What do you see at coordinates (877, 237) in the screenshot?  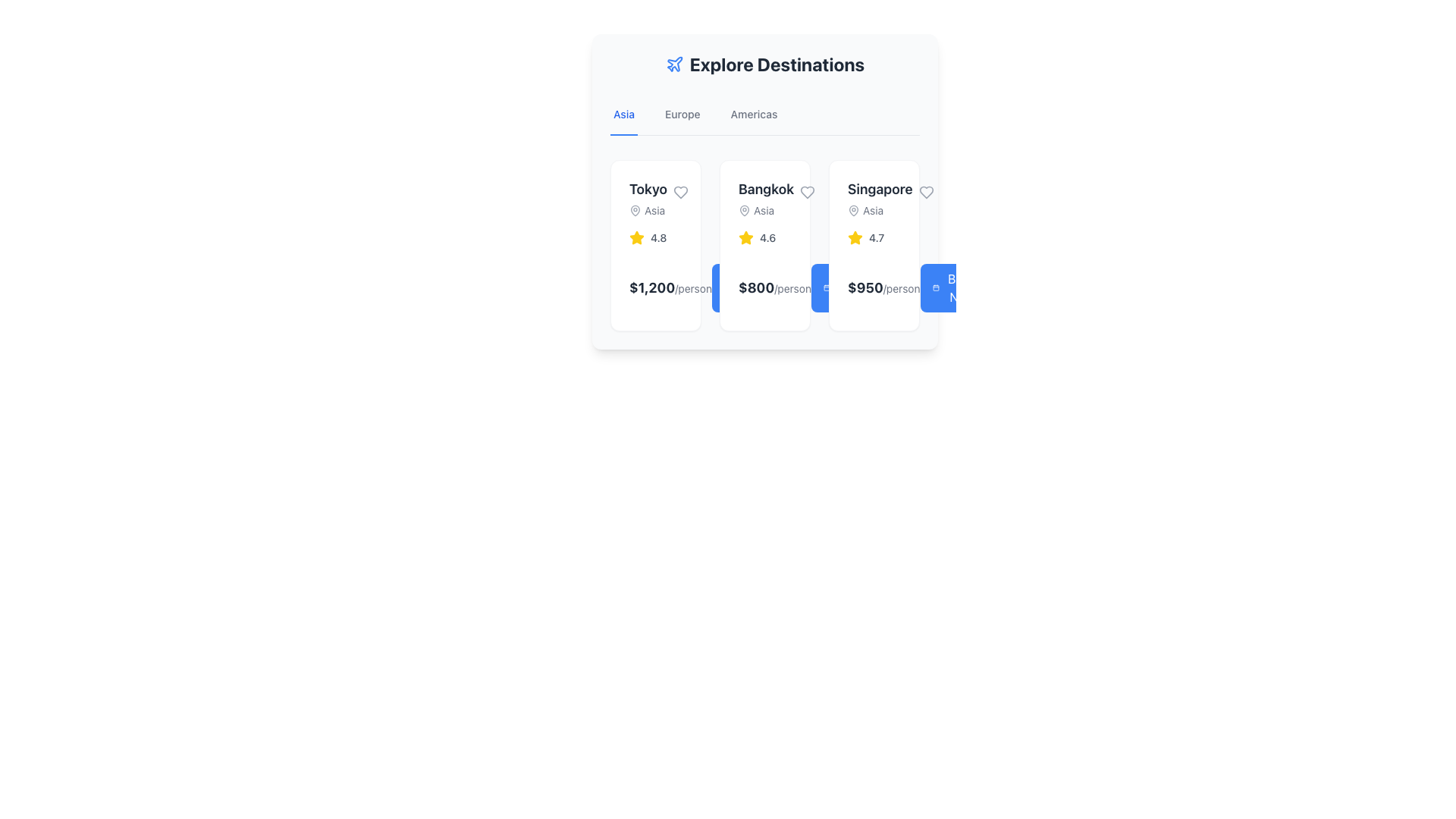 I see `numerical rating text associated with the destination in the bottom section of the card labeled 'Singapore', which is positioned to the right of a yellow star icon` at bounding box center [877, 237].